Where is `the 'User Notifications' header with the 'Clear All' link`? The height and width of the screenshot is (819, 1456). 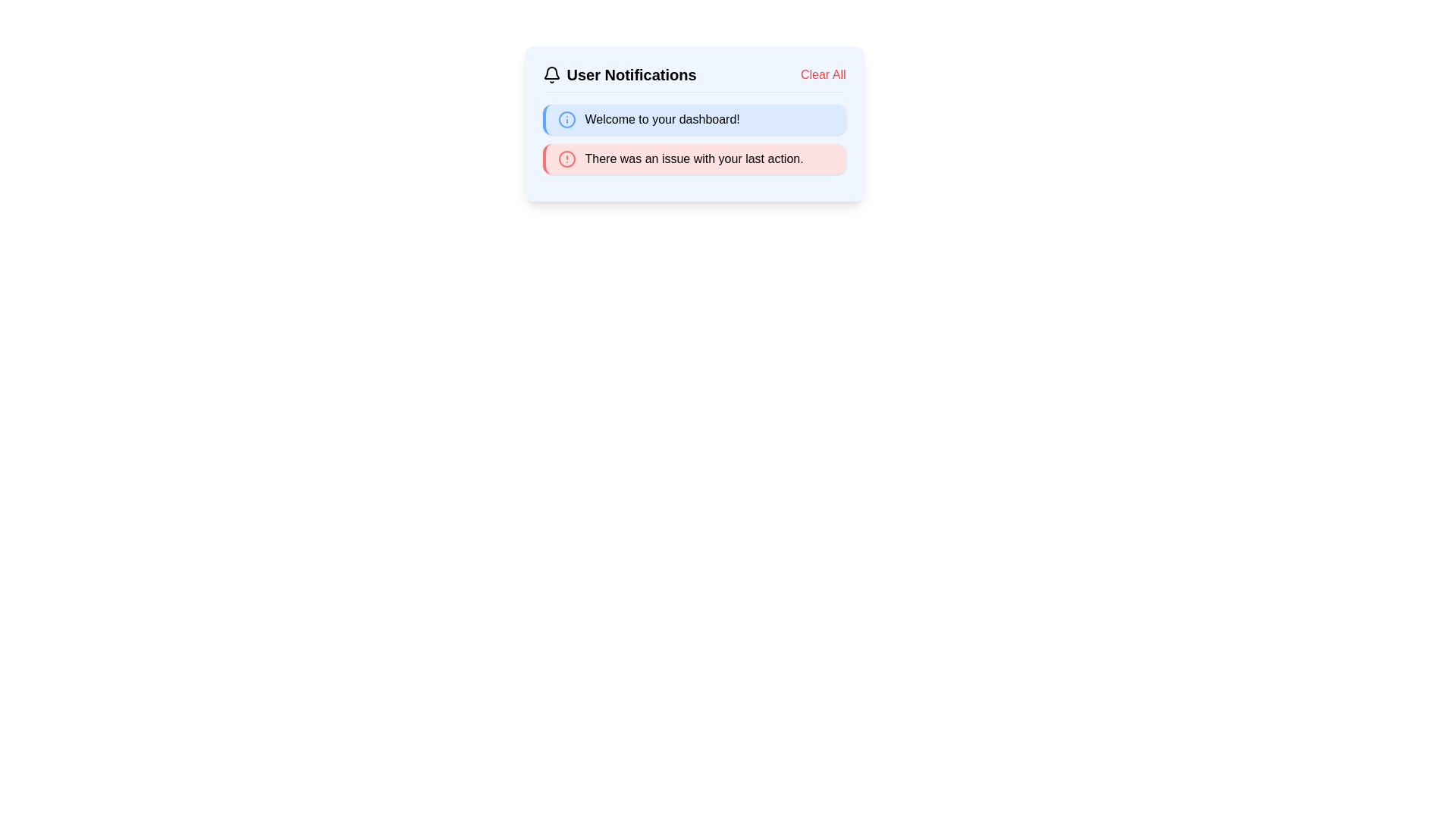
the 'User Notifications' header with the 'Clear All' link is located at coordinates (693, 78).